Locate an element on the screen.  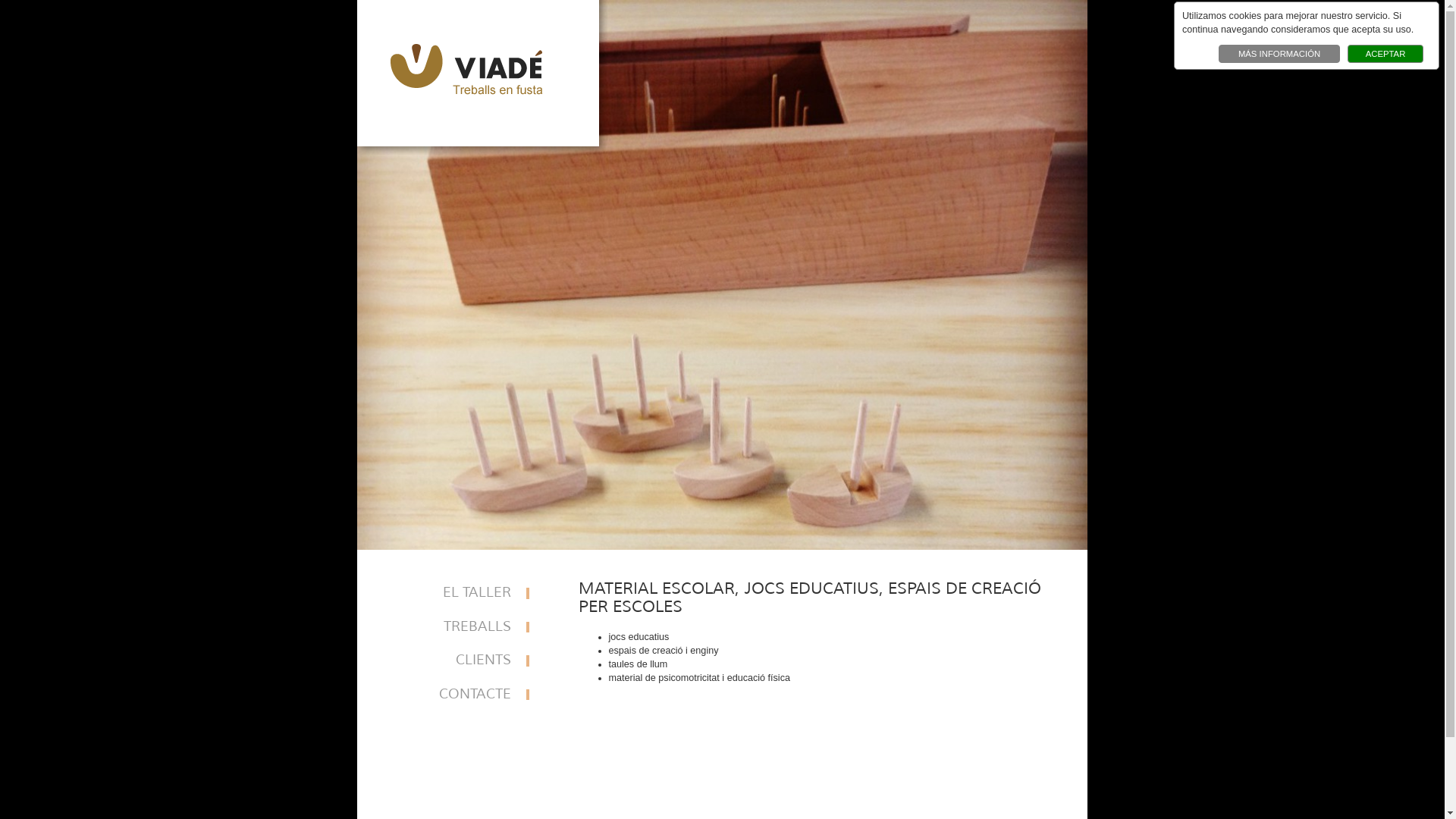
'EL TALLER' is located at coordinates (463, 592).